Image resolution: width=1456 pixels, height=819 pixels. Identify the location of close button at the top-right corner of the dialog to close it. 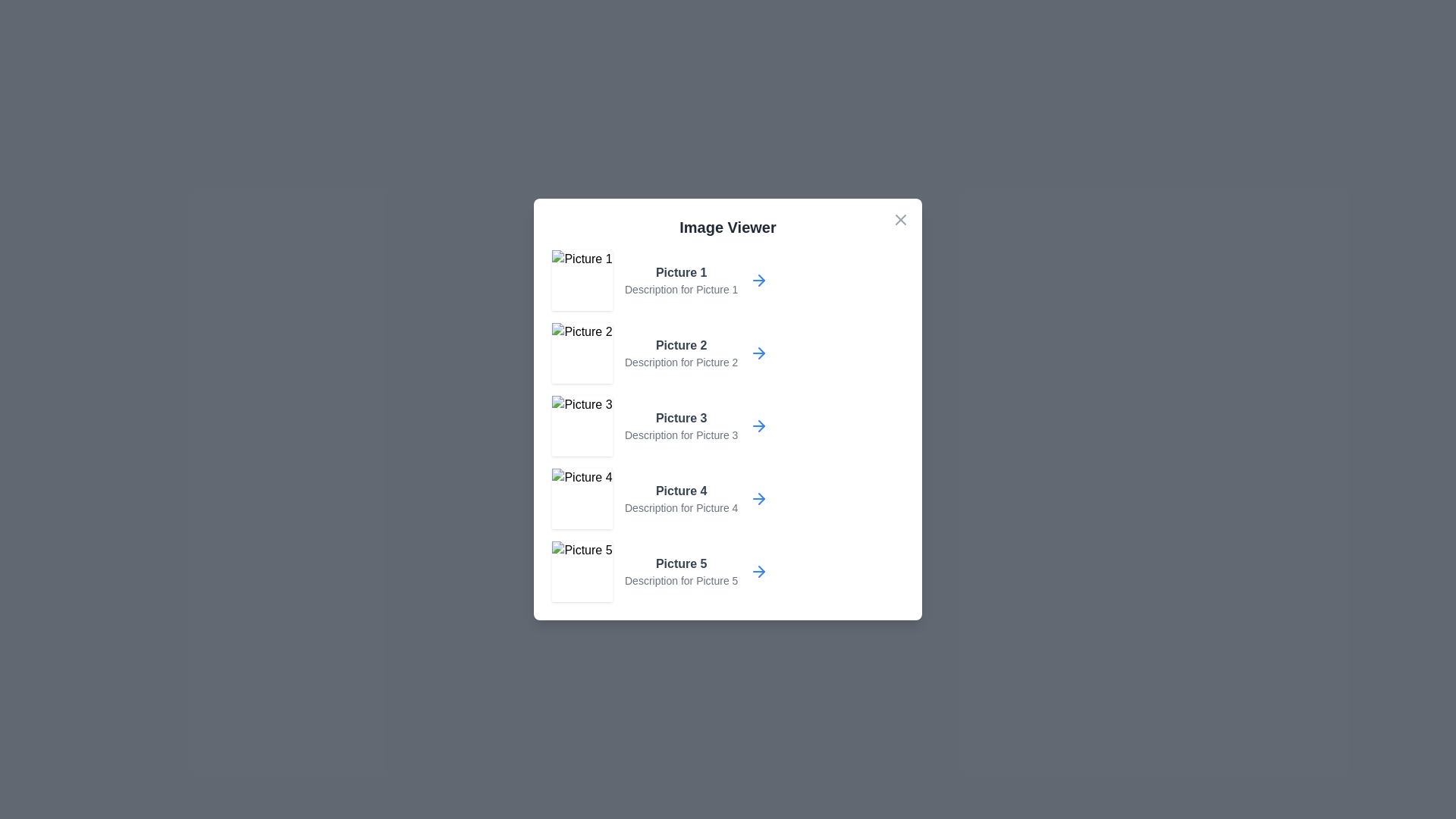
(901, 219).